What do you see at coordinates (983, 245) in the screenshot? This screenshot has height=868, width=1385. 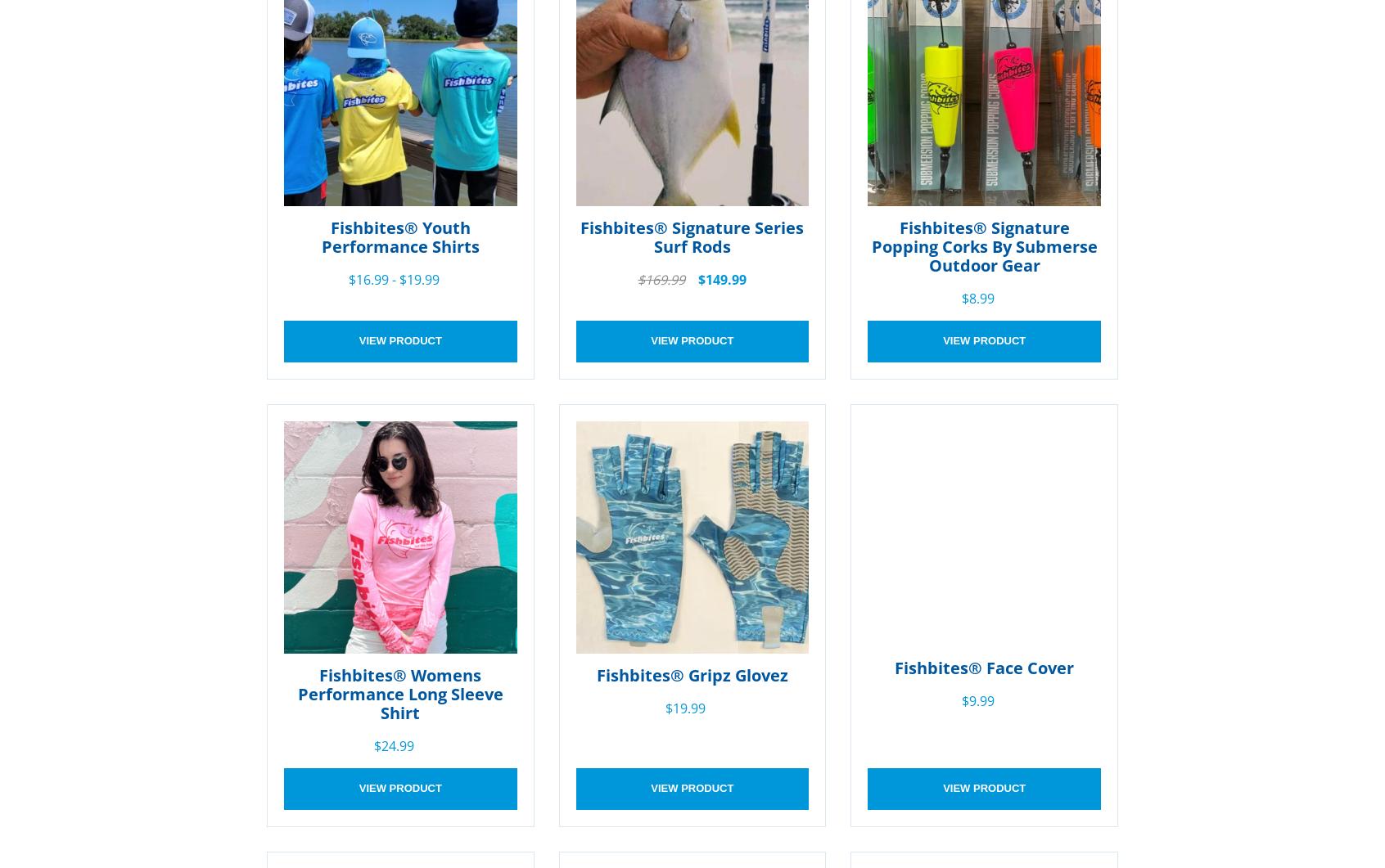 I see `'Fishbites® Signature Popping Corks By Submerse Outdoor Gear'` at bounding box center [983, 245].